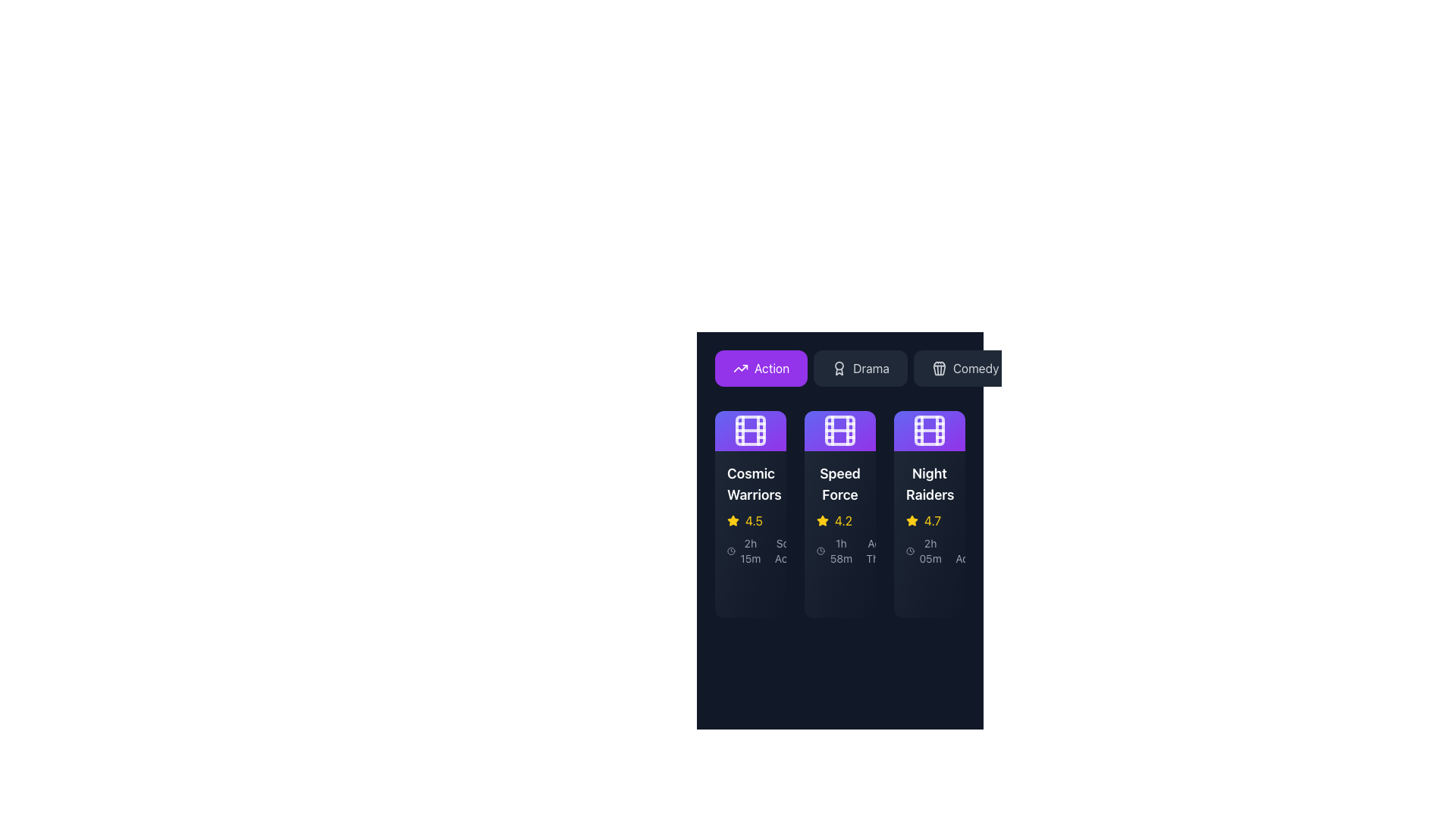 The width and height of the screenshot is (1456, 819). Describe the element at coordinates (750, 430) in the screenshot. I see `the Icongraphic element representing the movie category for 'Cosmic Warriors' located in the top-left corner of the movie card under the 'Action' tab` at that location.